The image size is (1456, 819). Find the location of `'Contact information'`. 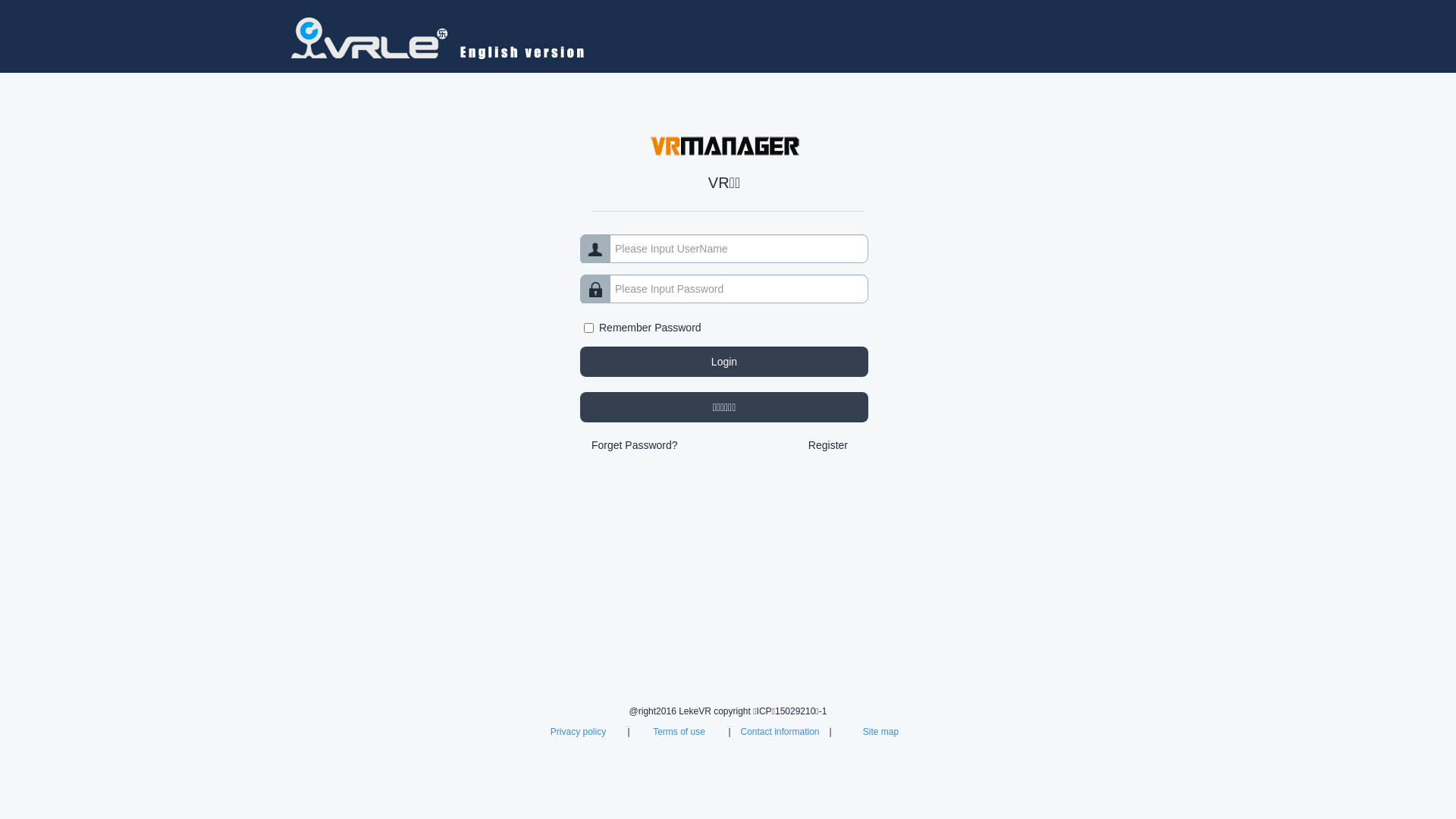

'Contact information' is located at coordinates (739, 730).